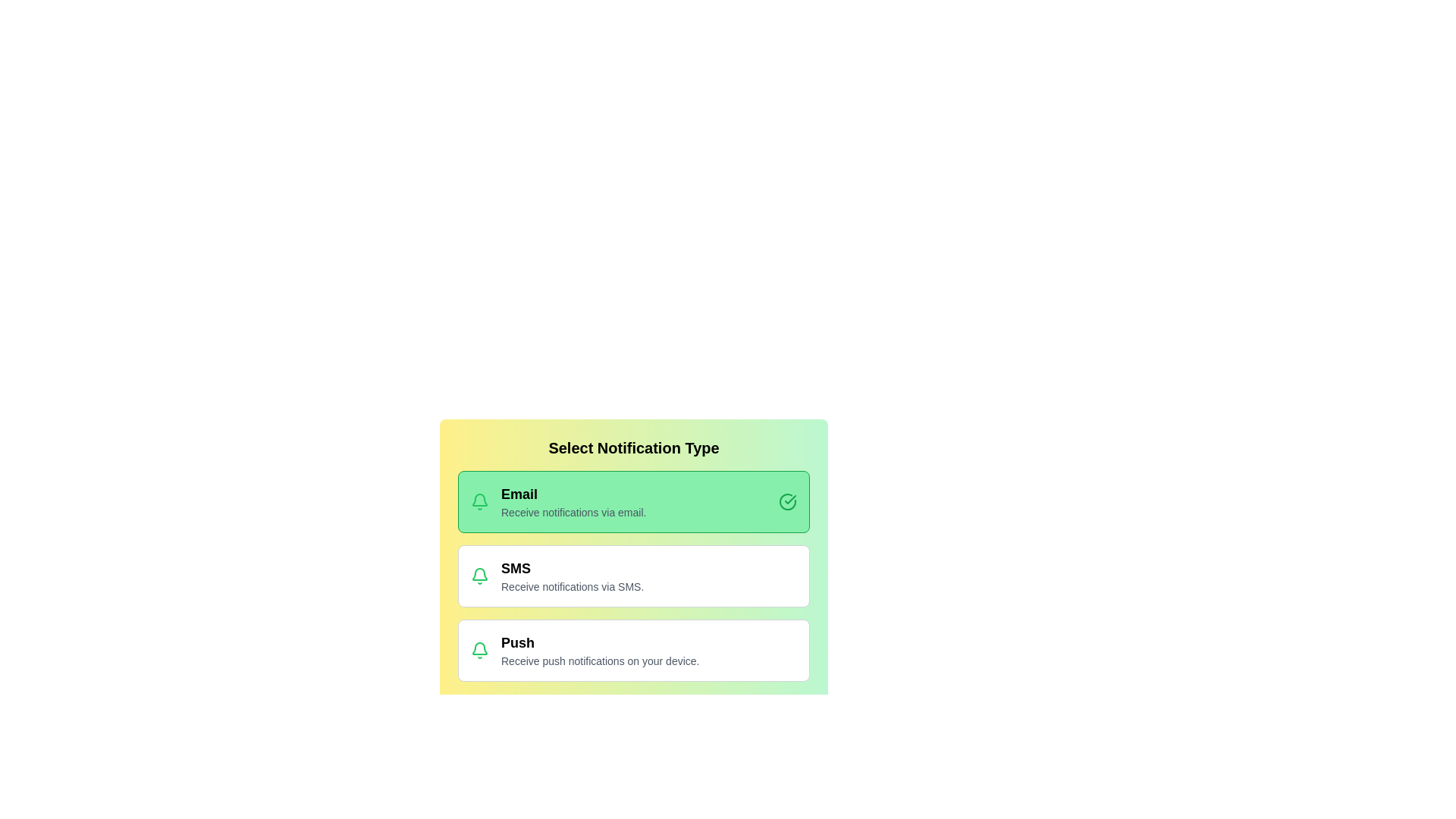 The image size is (1456, 819). Describe the element at coordinates (633, 447) in the screenshot. I see `the title text label that indicates the selection of a notification type, which is located at the top of the notification selection interface` at that location.